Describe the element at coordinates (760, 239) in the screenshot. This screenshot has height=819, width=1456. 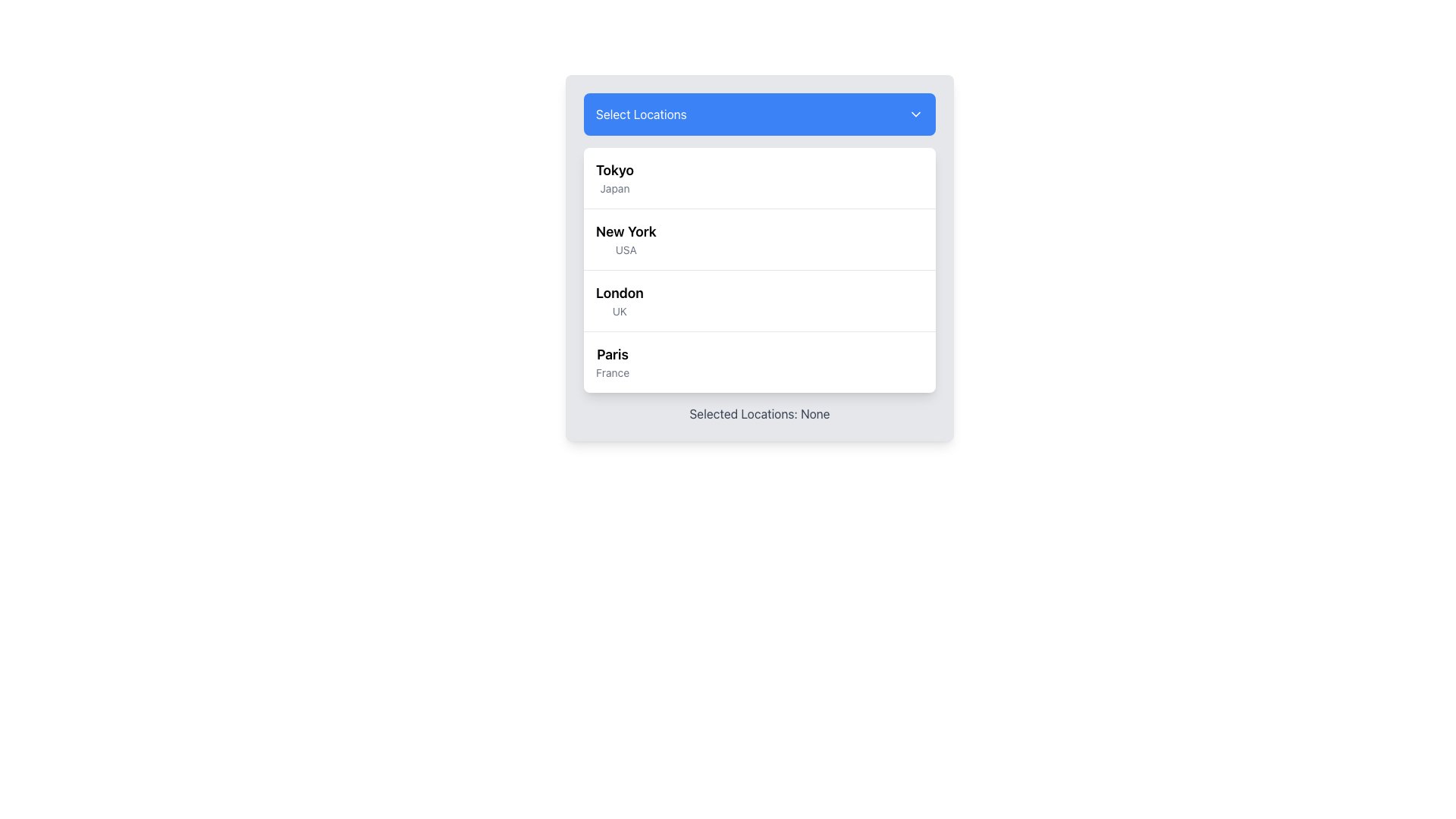
I see `the selectable list item displaying 'New York'` at that location.